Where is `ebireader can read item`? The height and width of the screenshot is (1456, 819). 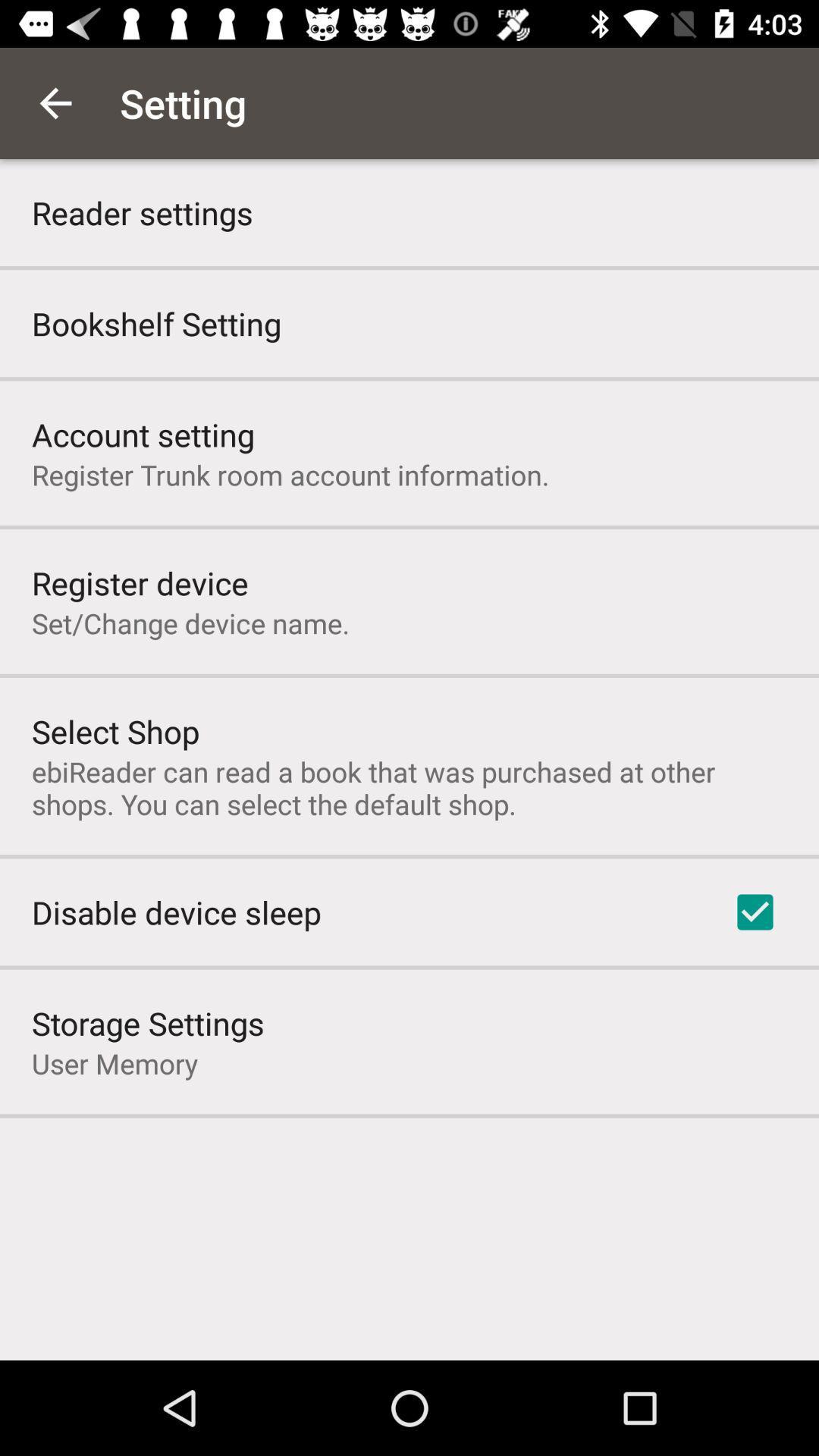
ebireader can read item is located at coordinates (409, 788).